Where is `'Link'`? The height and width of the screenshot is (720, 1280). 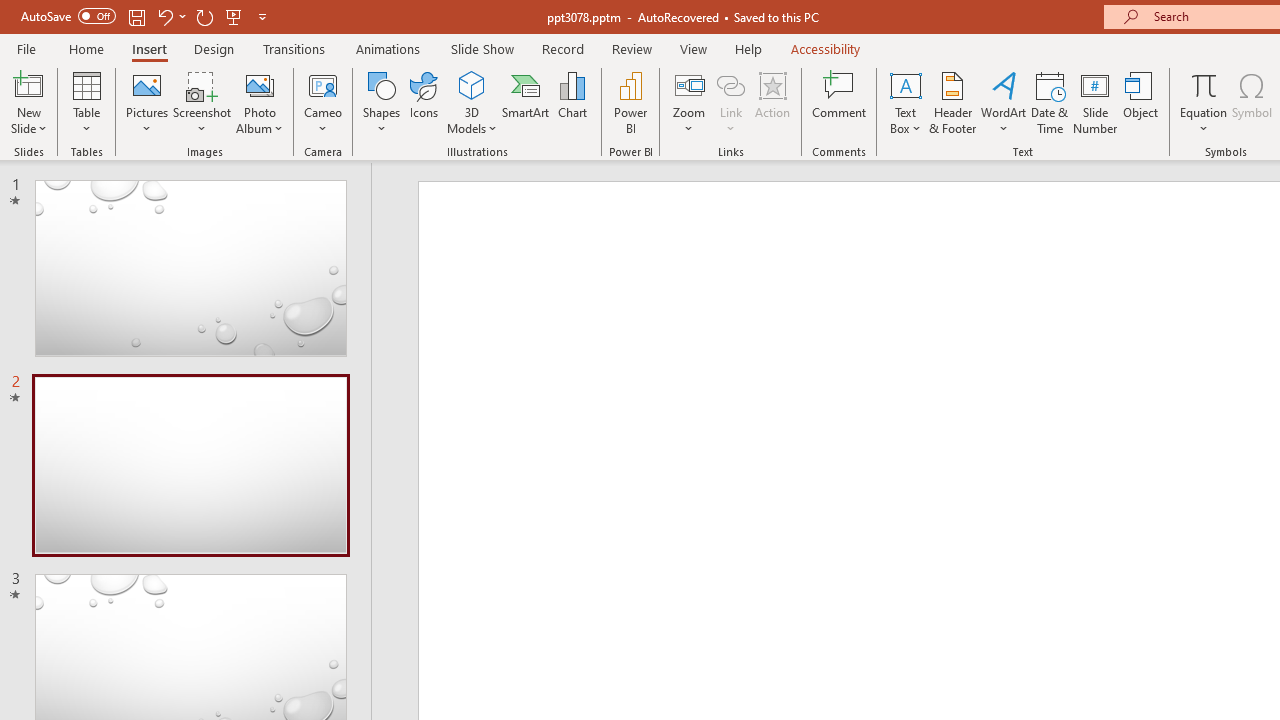
'Link' is located at coordinates (730, 84).